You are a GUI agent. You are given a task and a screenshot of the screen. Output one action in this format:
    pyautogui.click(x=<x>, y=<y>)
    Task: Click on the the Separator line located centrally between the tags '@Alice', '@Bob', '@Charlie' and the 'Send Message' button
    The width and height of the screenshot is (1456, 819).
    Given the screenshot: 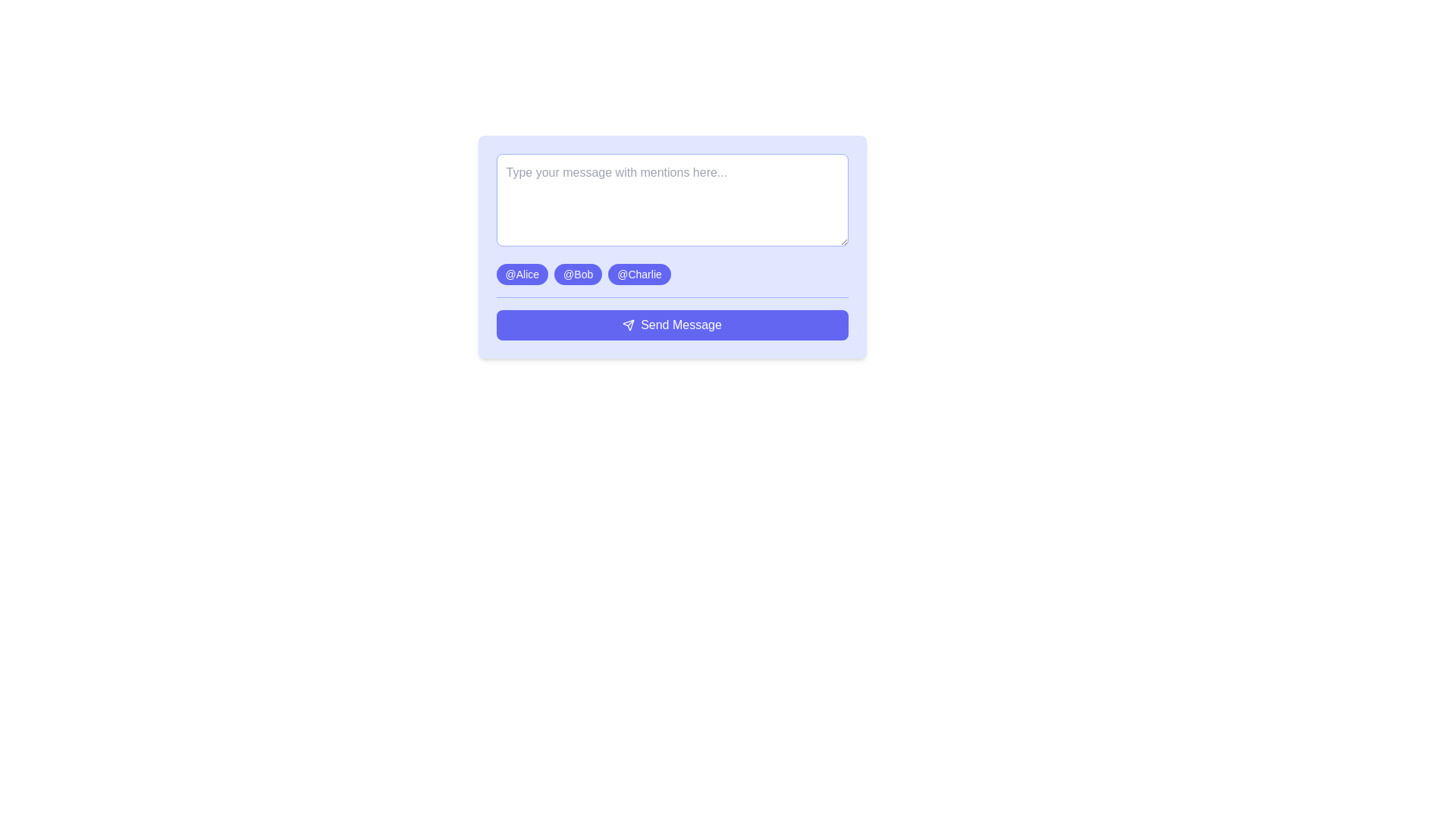 What is the action you would take?
    pyautogui.click(x=671, y=297)
    